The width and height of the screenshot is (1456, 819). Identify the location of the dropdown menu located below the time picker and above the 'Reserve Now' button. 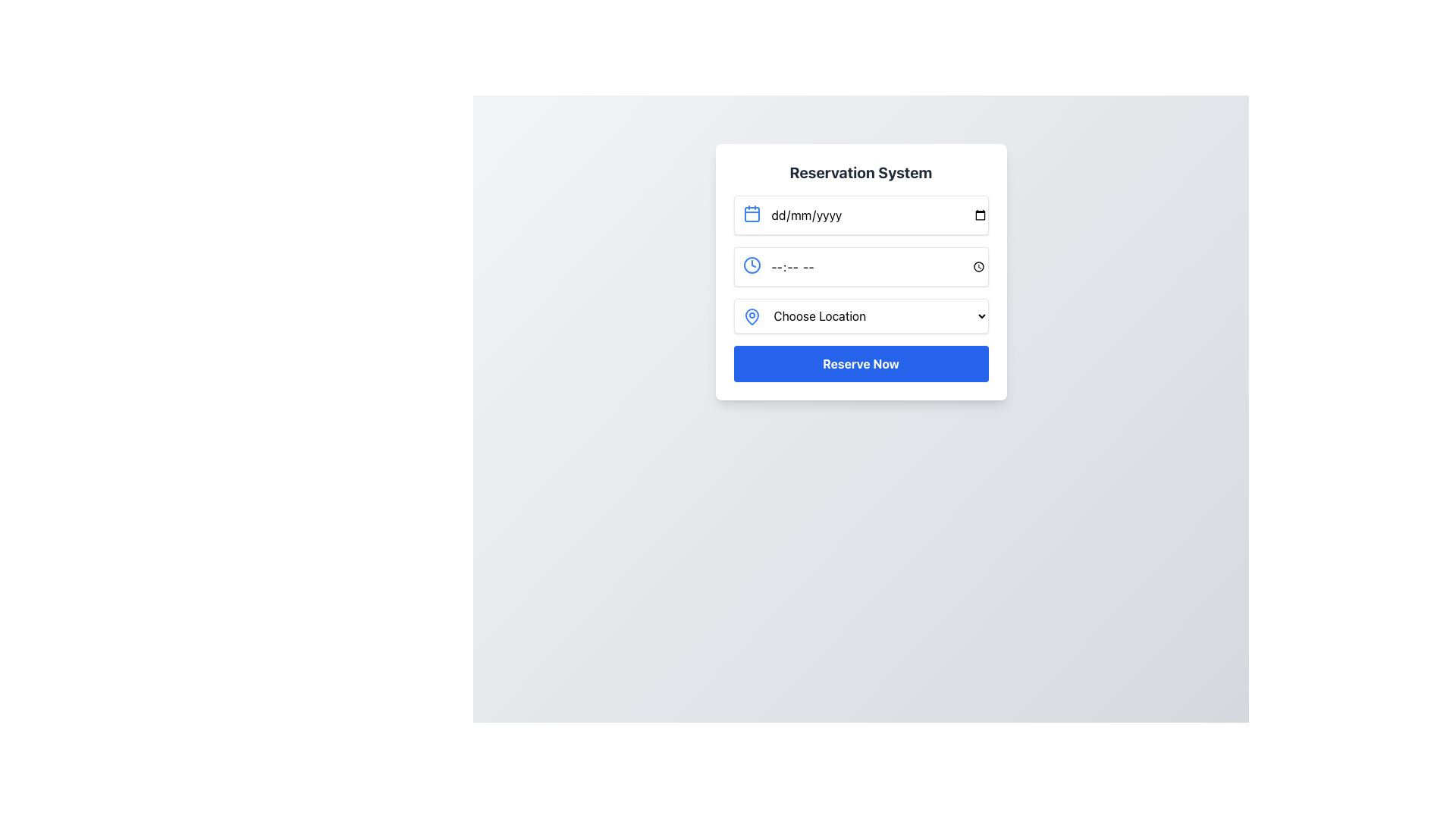
(861, 315).